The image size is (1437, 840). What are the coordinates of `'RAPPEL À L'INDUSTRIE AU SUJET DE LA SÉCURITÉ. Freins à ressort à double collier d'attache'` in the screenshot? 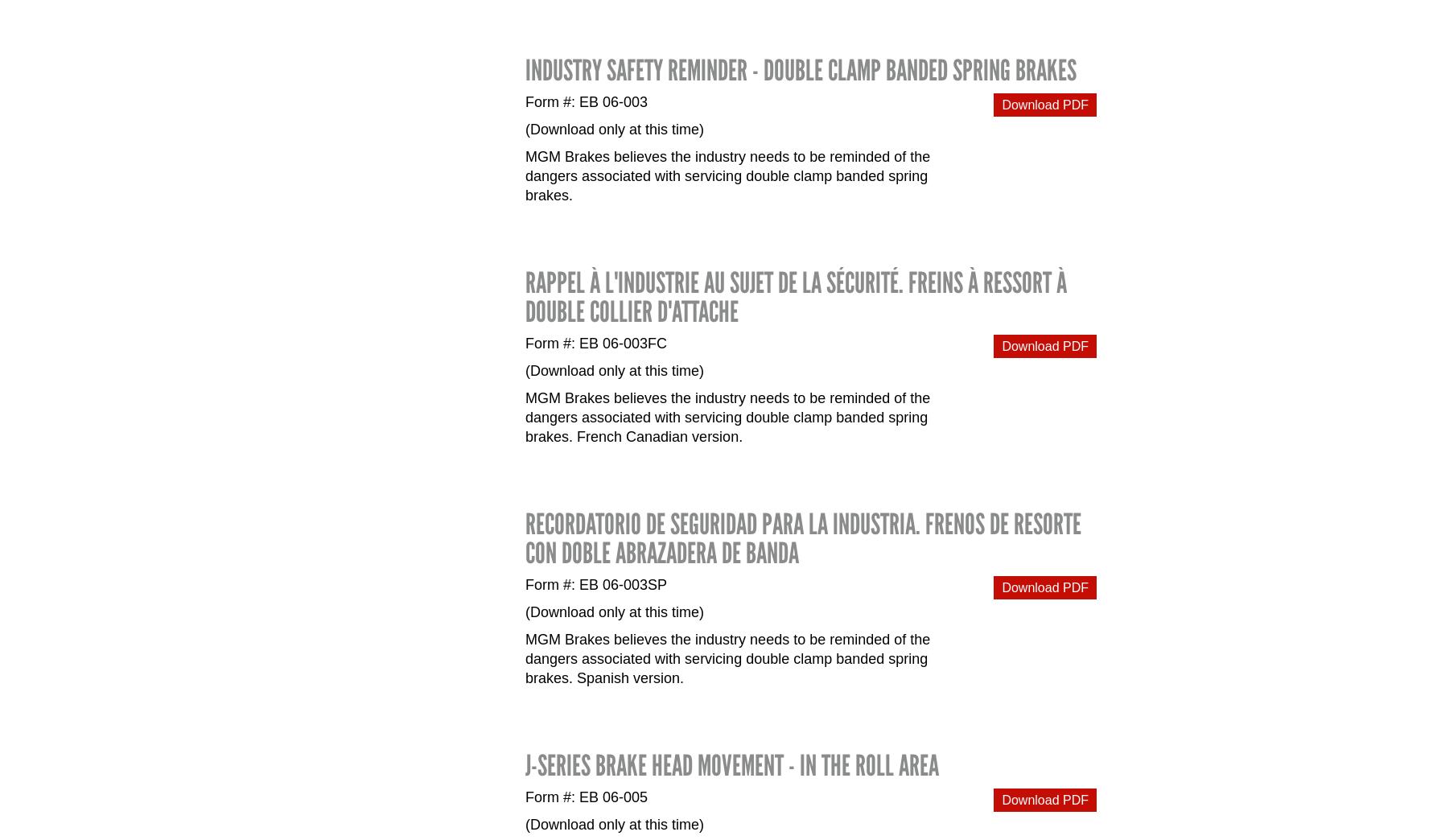 It's located at (796, 297).